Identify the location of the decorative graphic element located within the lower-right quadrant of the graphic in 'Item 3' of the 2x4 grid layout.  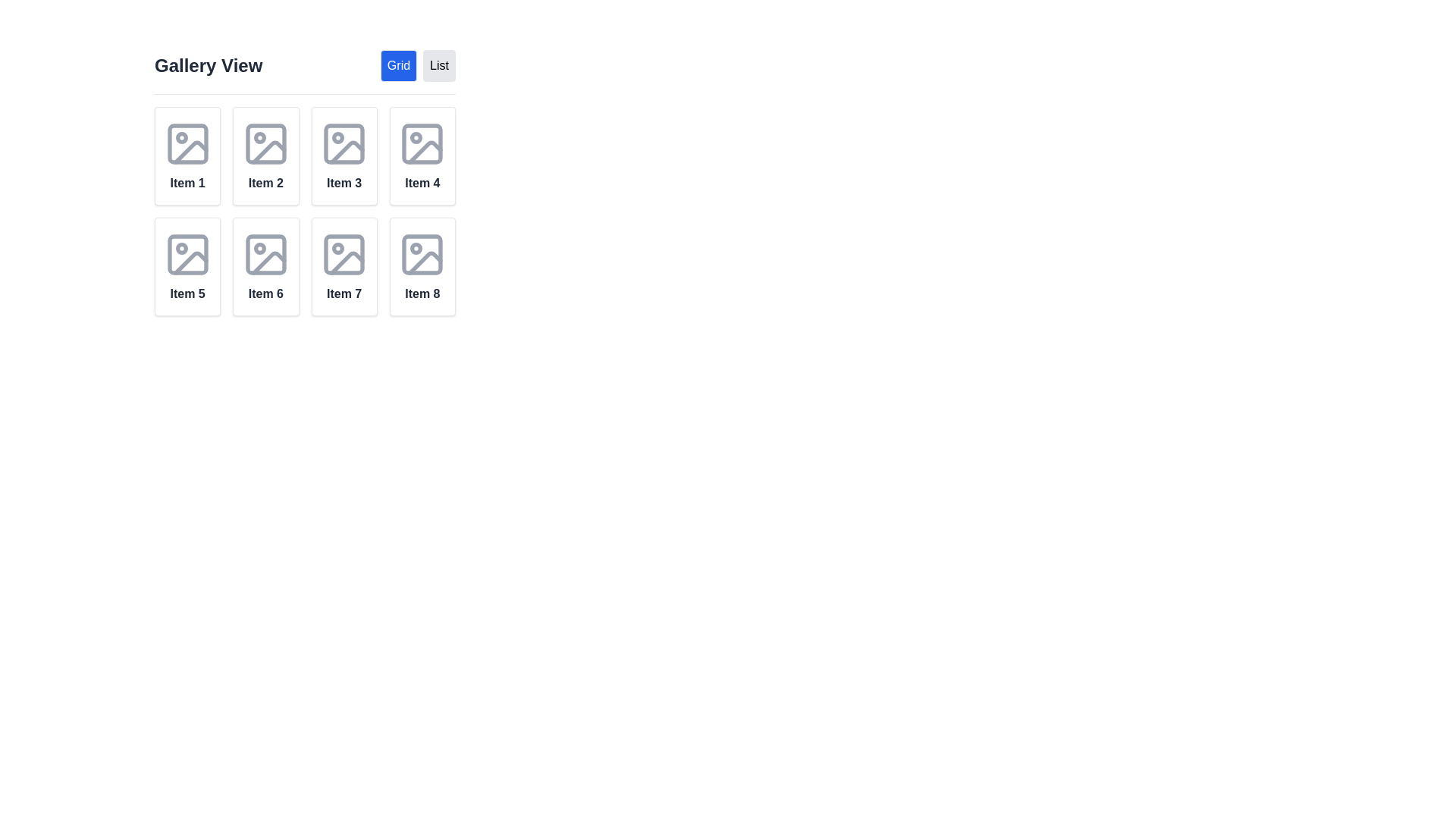
(347, 152).